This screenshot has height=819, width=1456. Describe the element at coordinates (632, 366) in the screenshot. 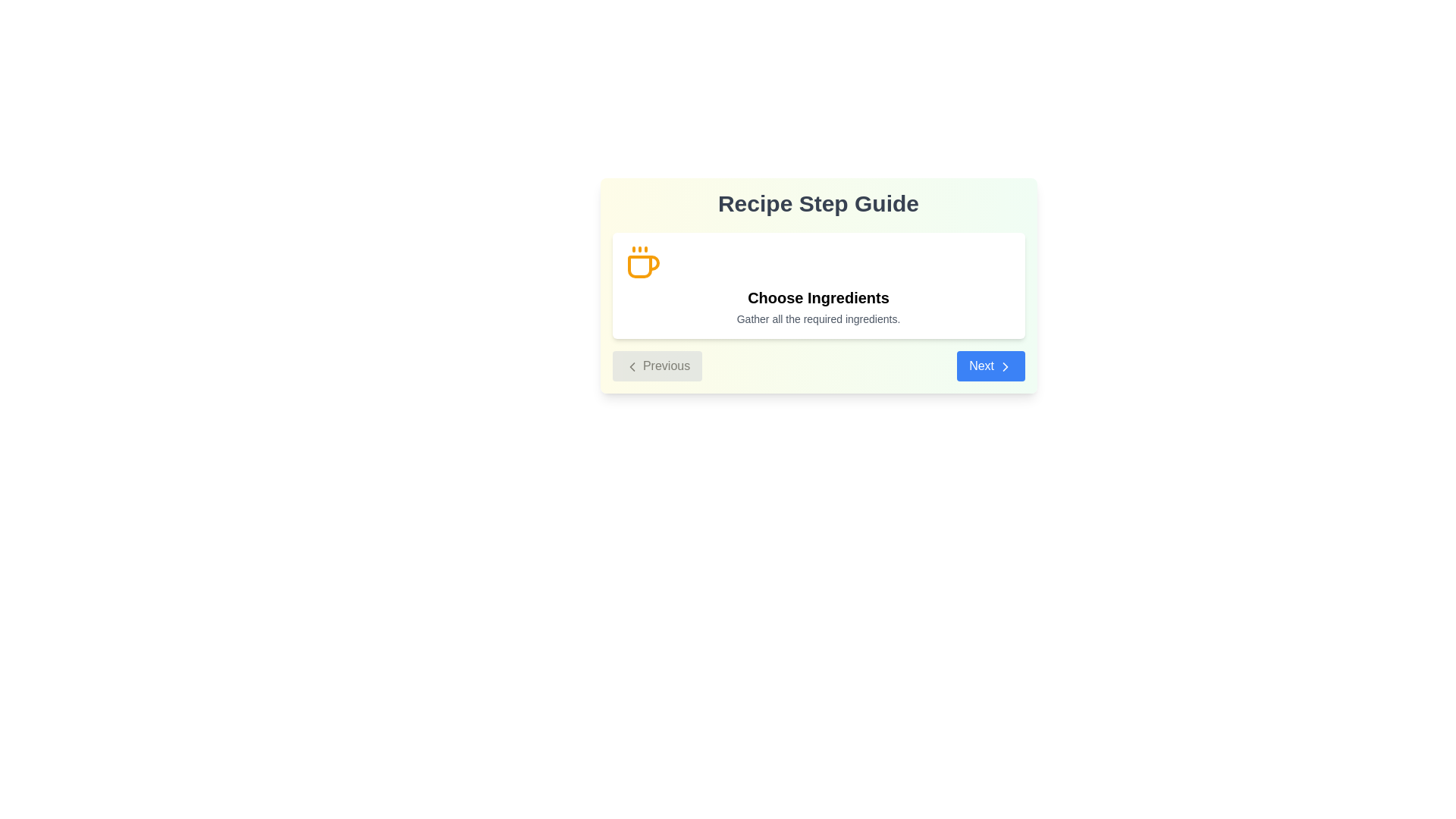

I see `the left-pointing chevron icon within the 'Previous' button located at the bottom left corner of the center panel` at that location.